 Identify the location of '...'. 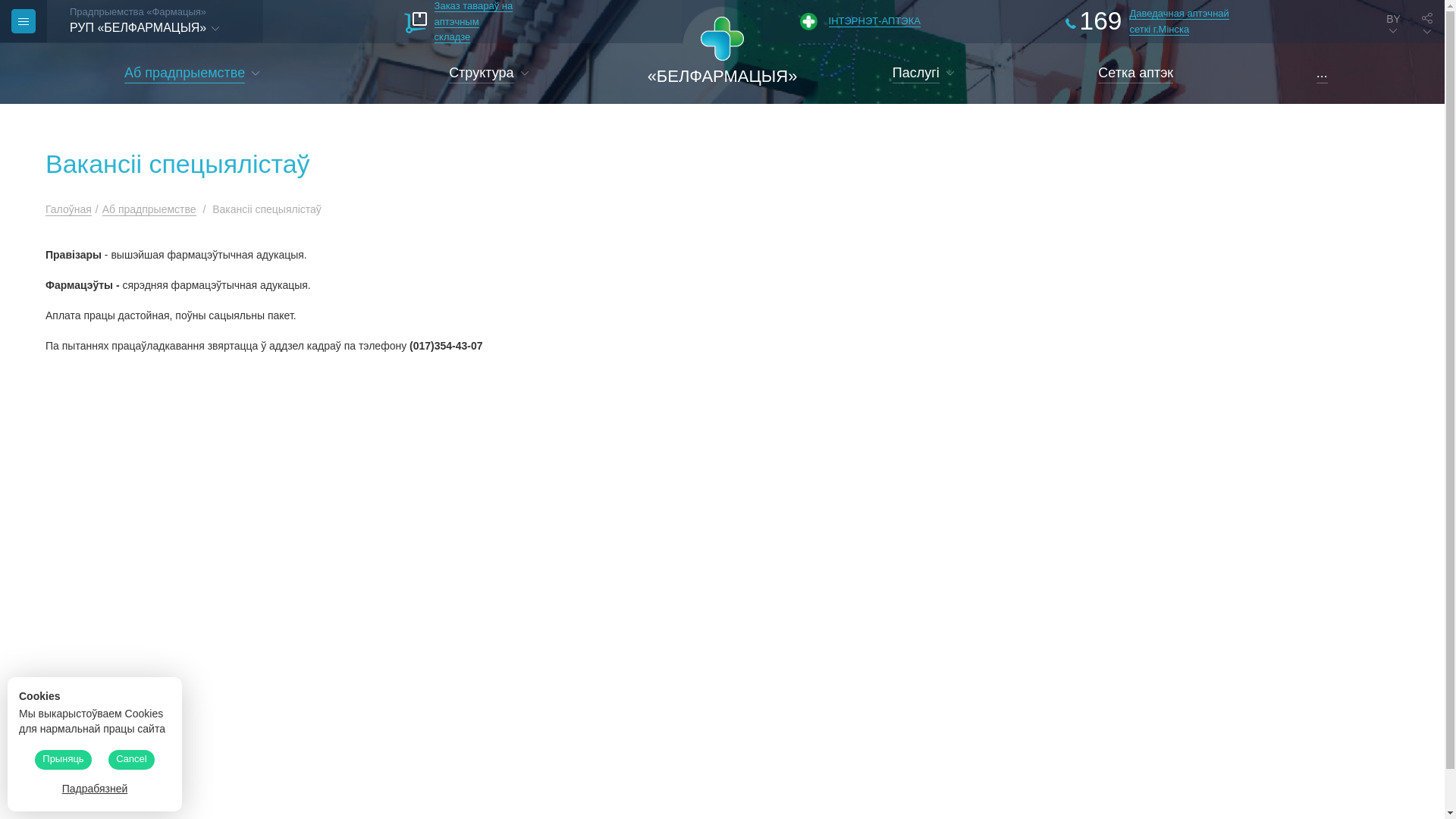
(1321, 74).